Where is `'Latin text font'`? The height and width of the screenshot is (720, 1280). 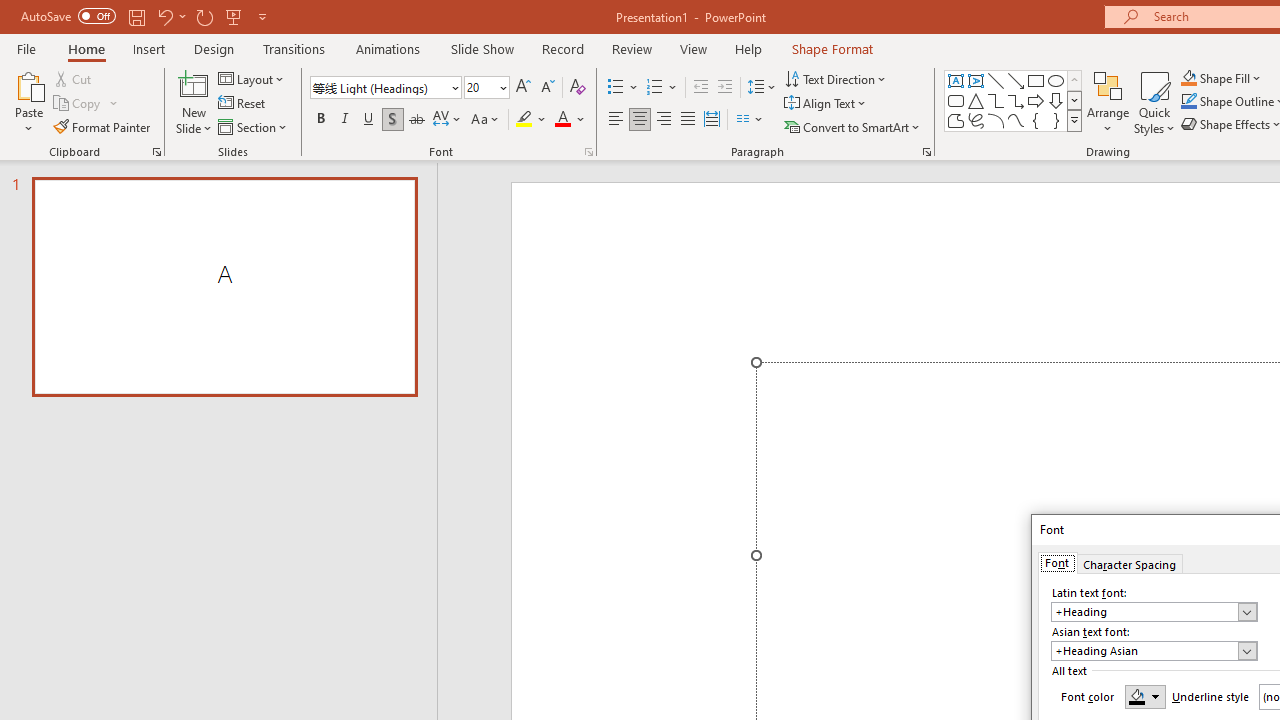 'Latin text font' is located at coordinates (1154, 611).